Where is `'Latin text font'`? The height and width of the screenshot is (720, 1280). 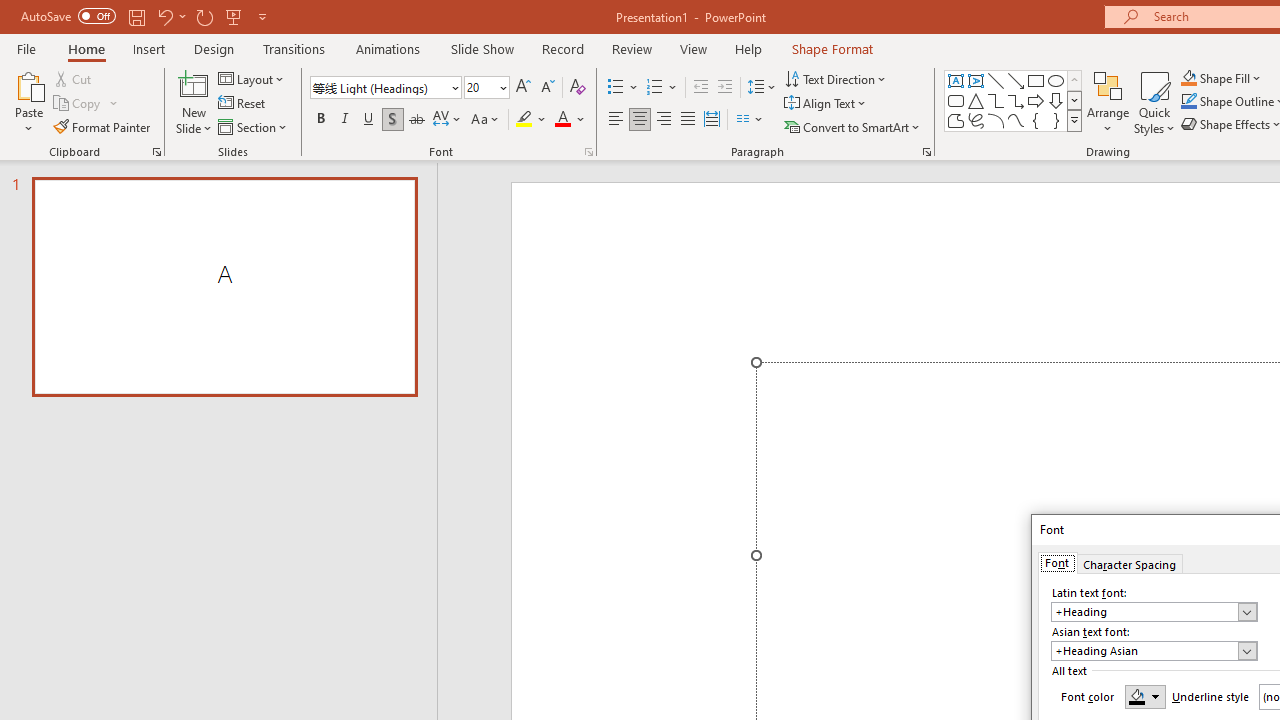 'Latin text font' is located at coordinates (1154, 611).